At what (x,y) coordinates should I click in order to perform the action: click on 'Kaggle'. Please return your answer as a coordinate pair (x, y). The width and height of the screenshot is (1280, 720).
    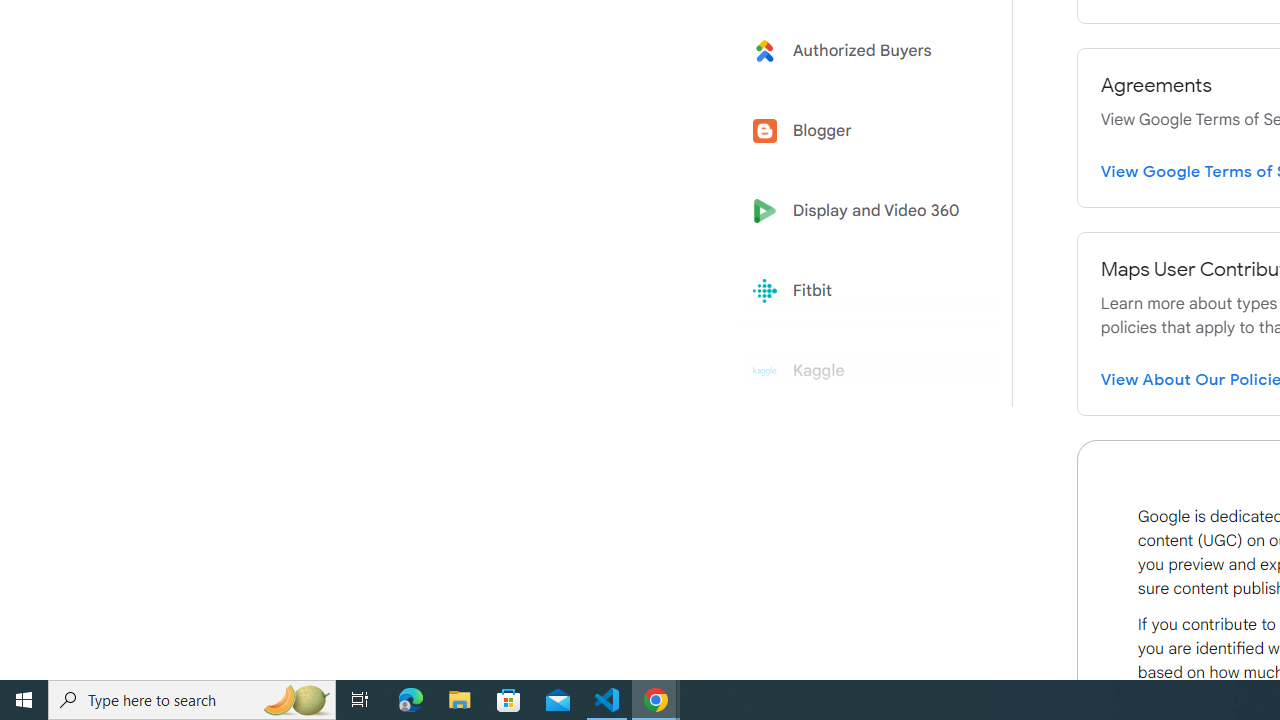
    Looking at the image, I should click on (862, 371).